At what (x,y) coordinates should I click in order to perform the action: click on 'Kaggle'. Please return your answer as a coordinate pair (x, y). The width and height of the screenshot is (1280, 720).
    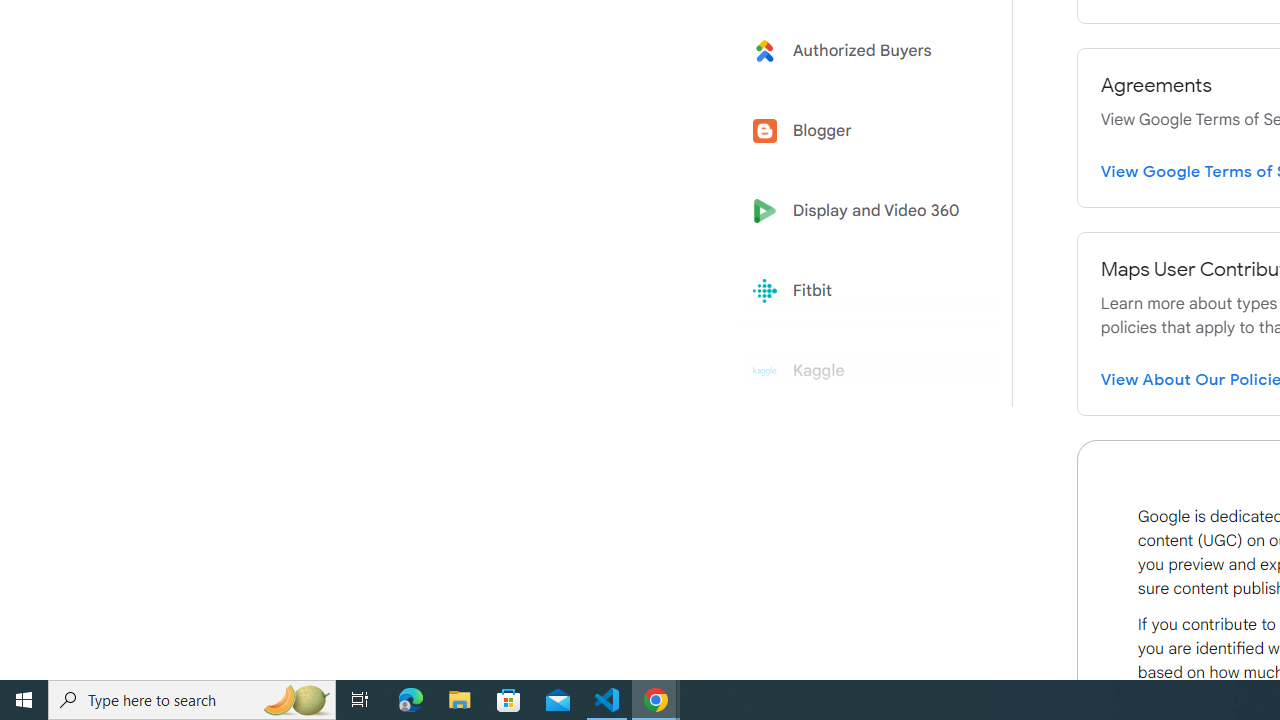
    Looking at the image, I should click on (862, 371).